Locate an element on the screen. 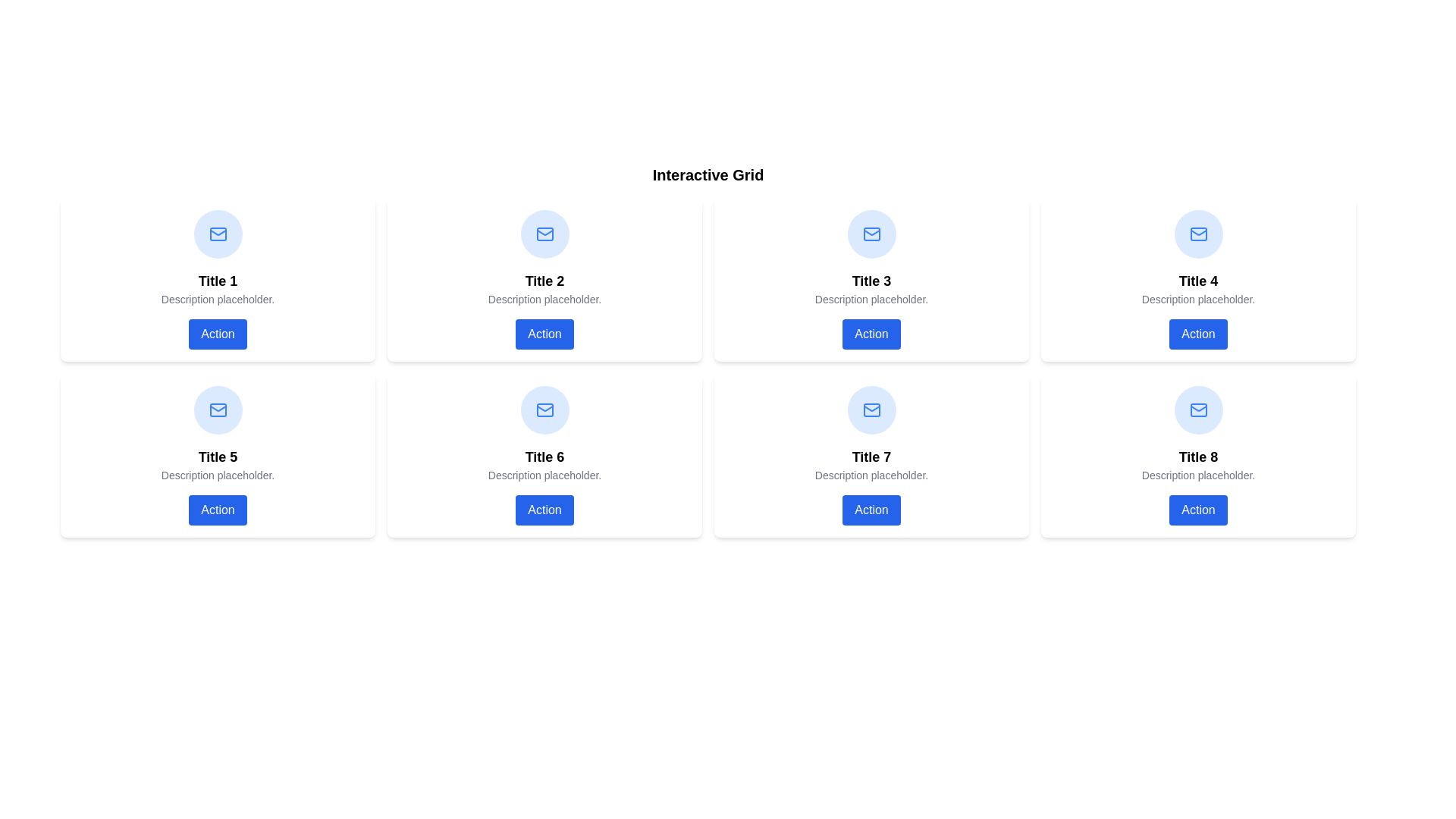  the decorative icon representing email or message functionality located in the card labeled 'Title 2', which is positioned in the second position of the top row is located at coordinates (544, 234).